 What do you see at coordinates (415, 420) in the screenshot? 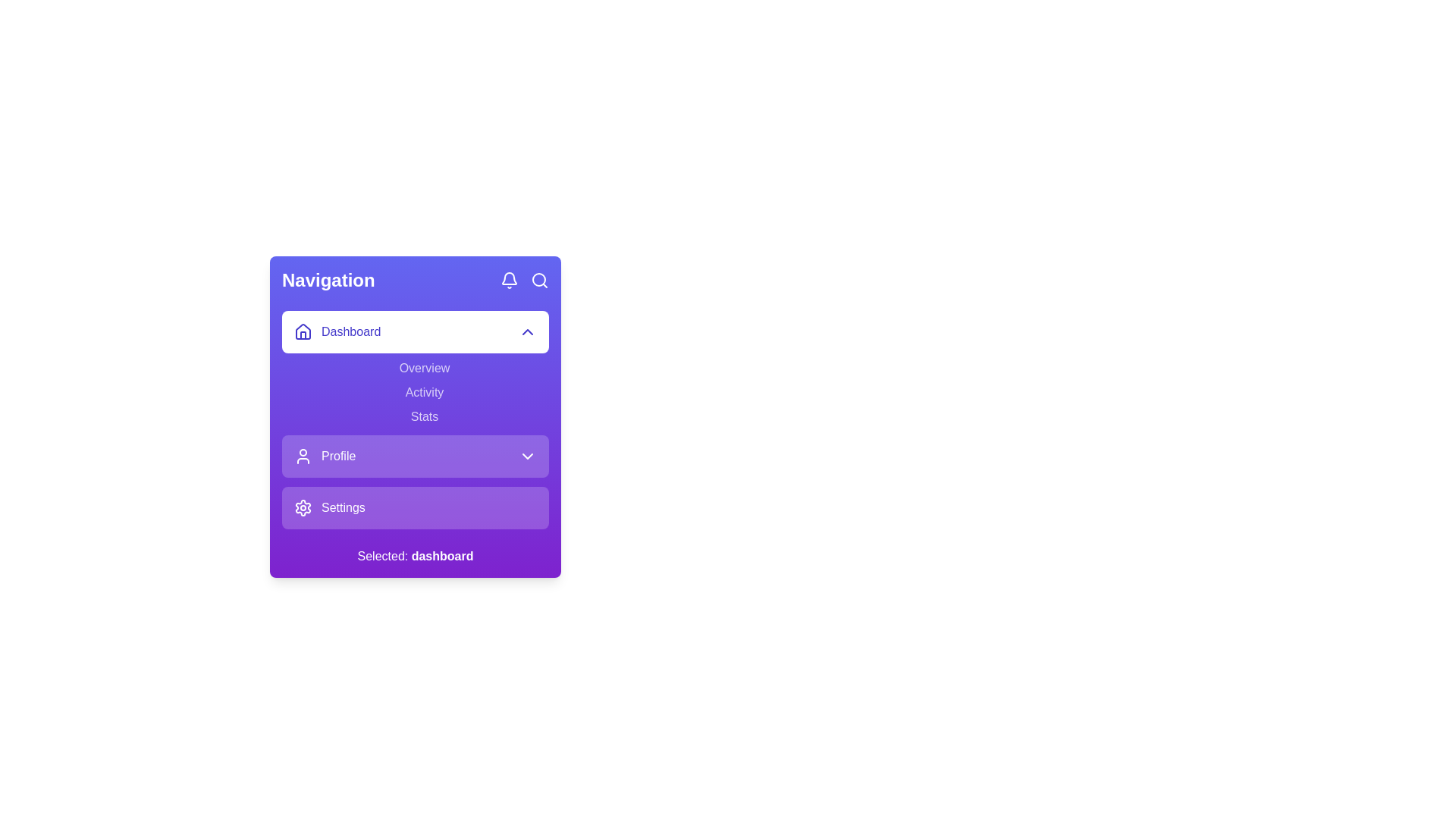
I see `the 'Stats' text label, which is the third item in the secondary list under the 'Dashboard' category` at bounding box center [415, 420].